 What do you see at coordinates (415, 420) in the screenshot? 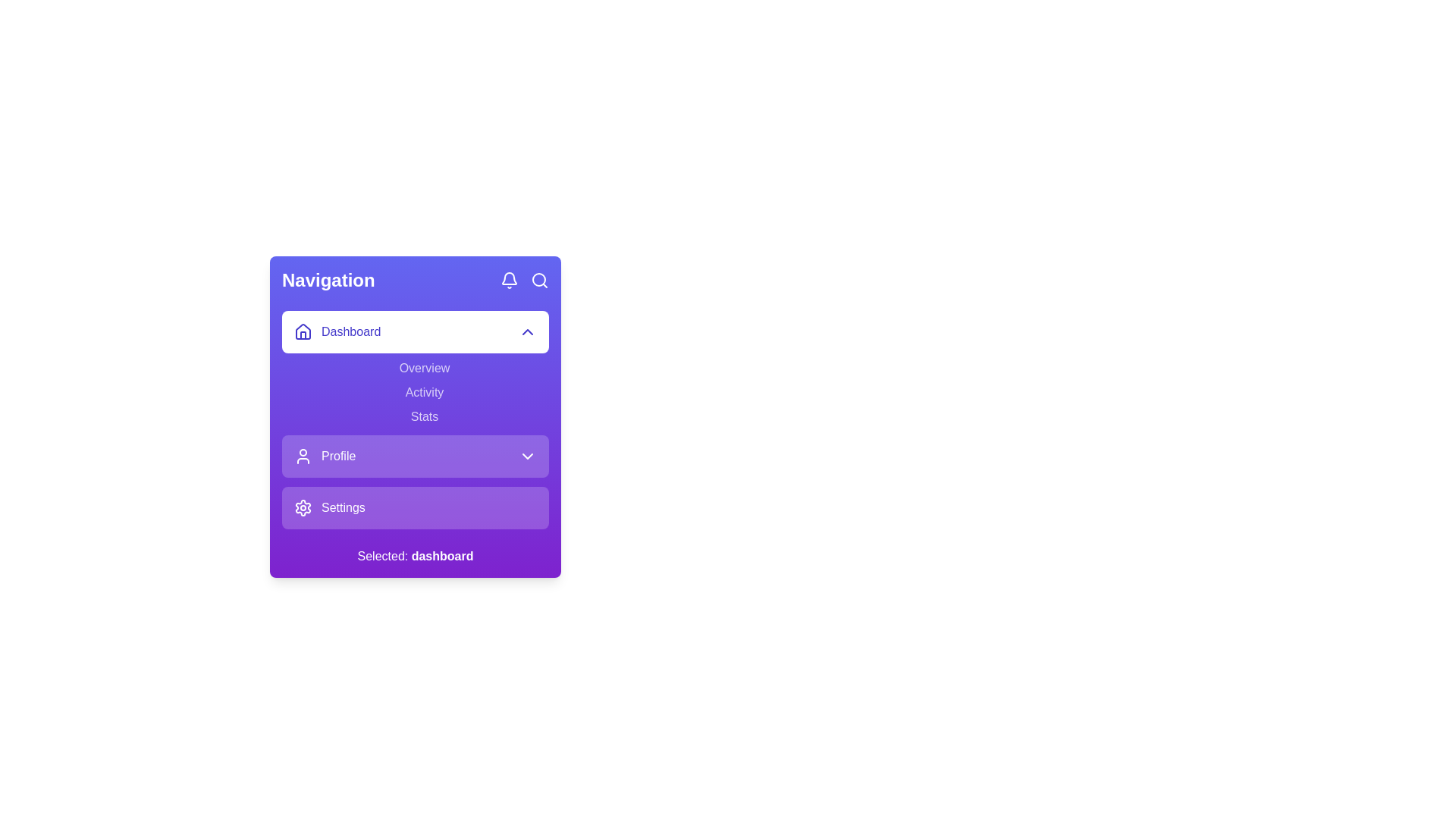
I see `the 'Stats' text label, which is the third item in the secondary list under the 'Dashboard' category` at bounding box center [415, 420].